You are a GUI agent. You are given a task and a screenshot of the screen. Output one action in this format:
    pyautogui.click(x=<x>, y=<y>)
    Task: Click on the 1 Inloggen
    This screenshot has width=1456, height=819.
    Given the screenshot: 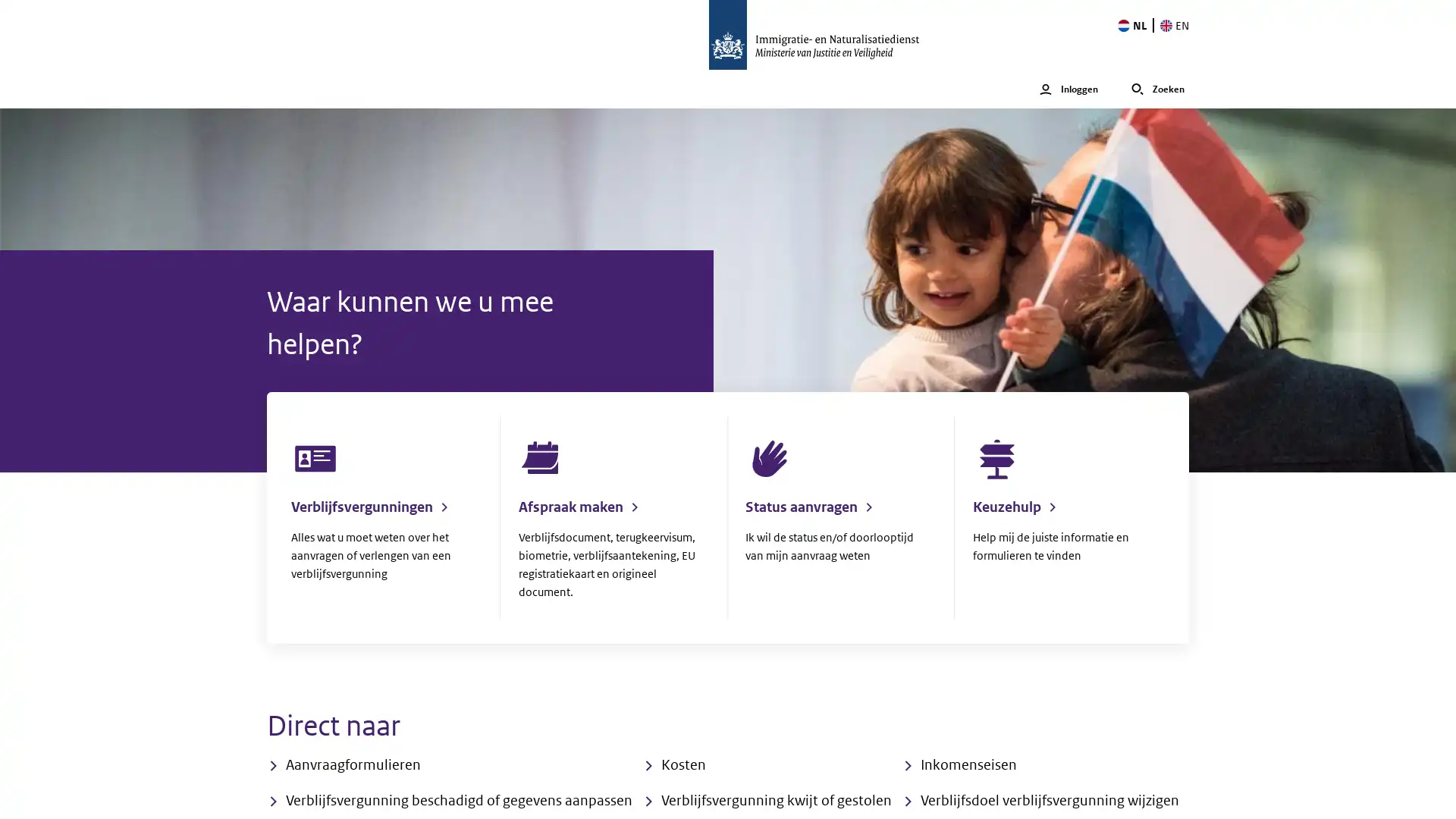 What is the action you would take?
    pyautogui.click(x=1068, y=89)
    